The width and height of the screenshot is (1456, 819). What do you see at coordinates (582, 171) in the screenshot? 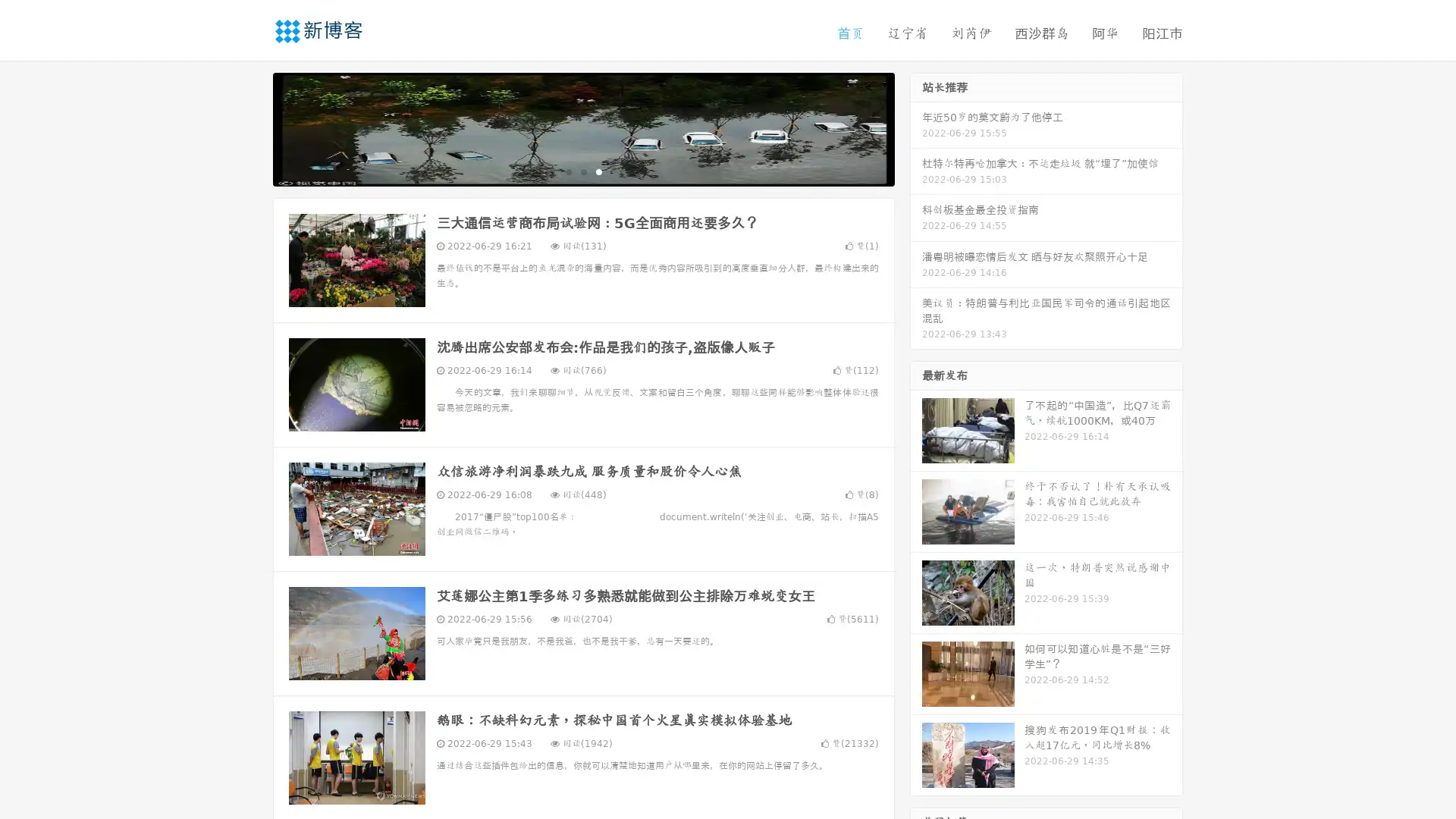
I see `Go to slide 2` at bounding box center [582, 171].